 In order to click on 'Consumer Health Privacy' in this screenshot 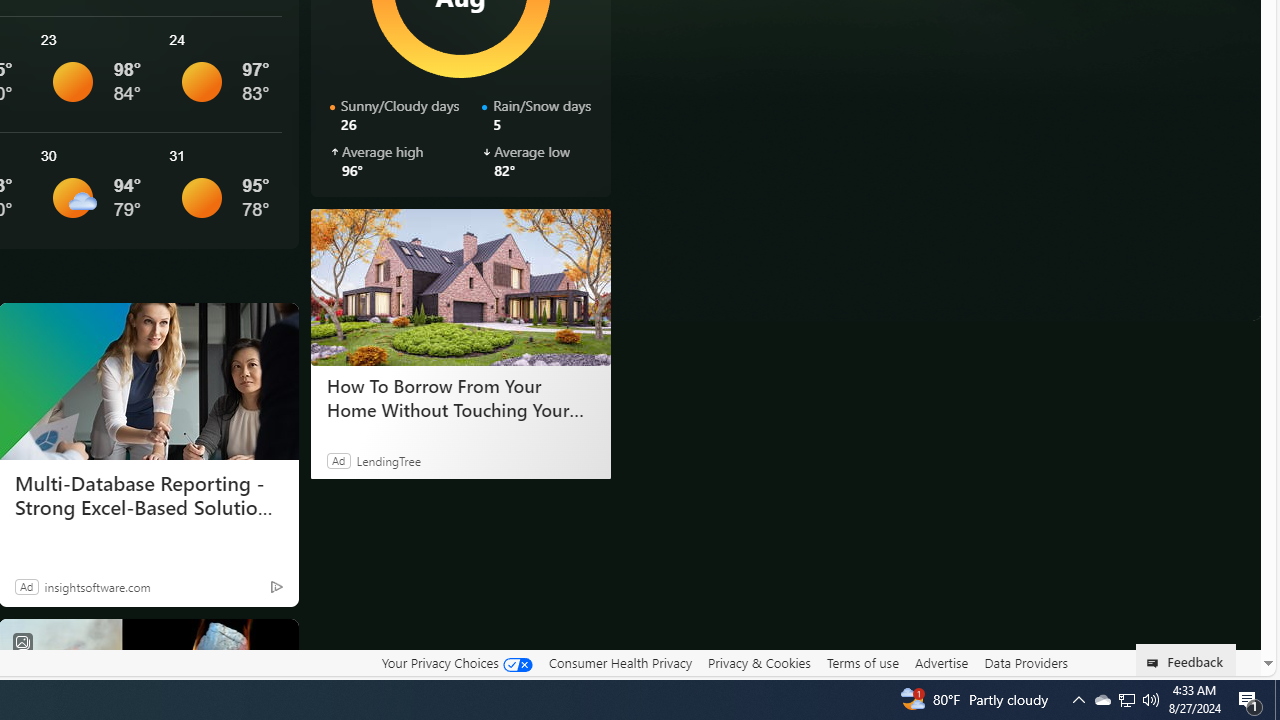, I will do `click(619, 662)`.